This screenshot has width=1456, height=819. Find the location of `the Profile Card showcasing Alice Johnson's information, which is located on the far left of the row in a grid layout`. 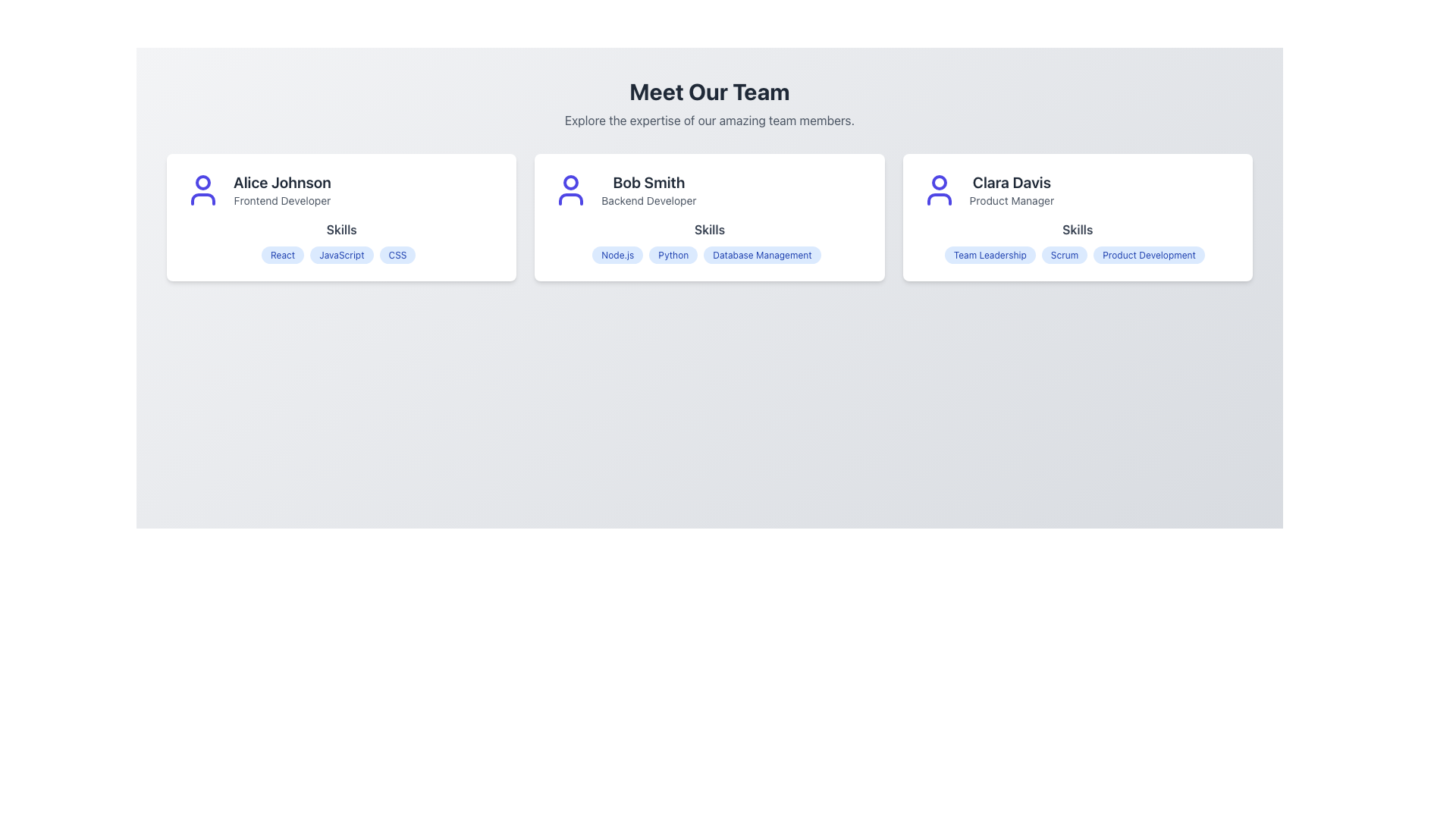

the Profile Card showcasing Alice Johnson's information, which is located on the far left of the row in a grid layout is located at coordinates (340, 217).